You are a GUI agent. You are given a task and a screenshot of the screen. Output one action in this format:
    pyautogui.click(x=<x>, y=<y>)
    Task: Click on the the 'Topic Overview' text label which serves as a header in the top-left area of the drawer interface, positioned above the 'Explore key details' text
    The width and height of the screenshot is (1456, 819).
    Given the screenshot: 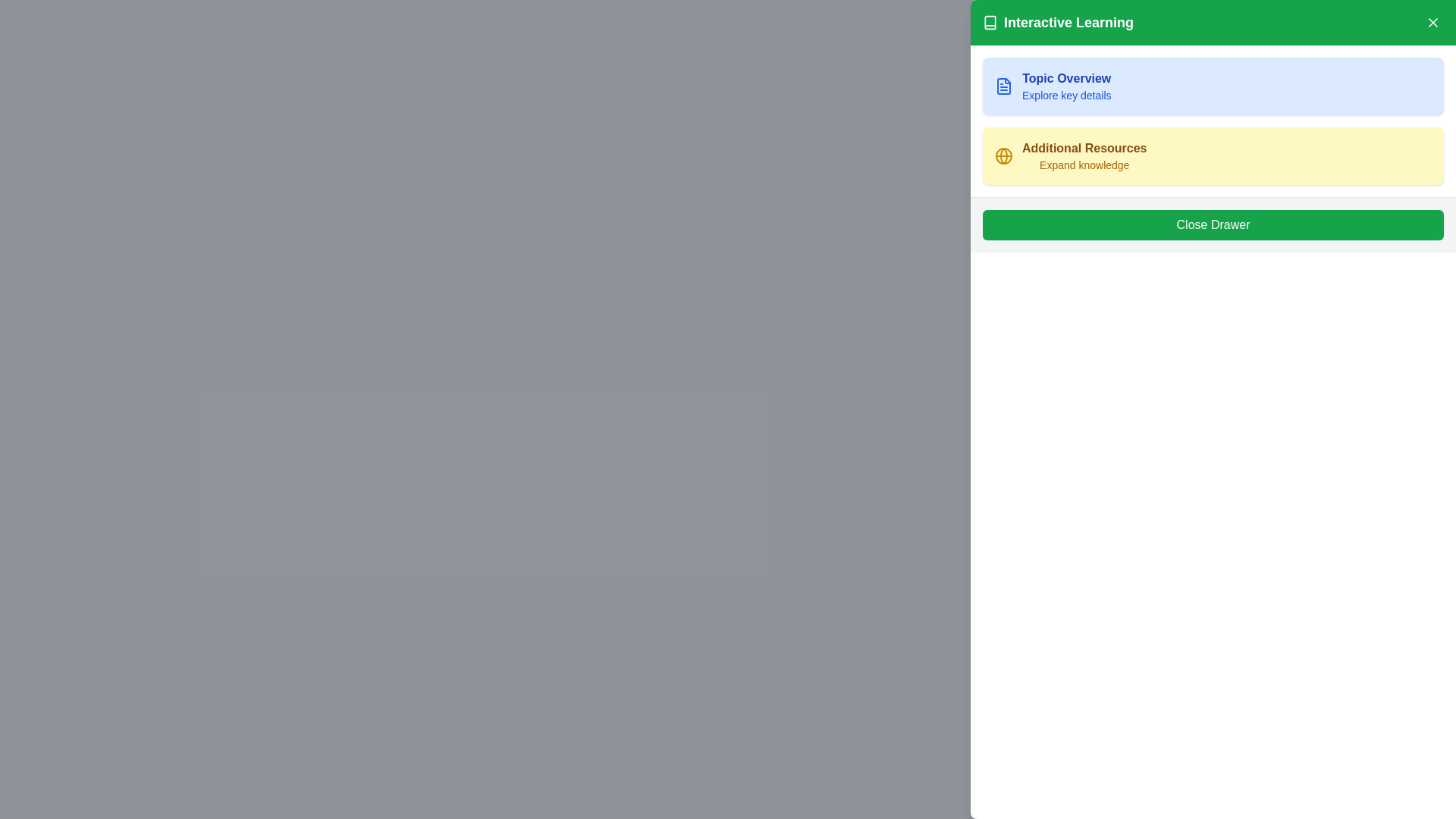 What is the action you would take?
    pyautogui.click(x=1065, y=79)
    